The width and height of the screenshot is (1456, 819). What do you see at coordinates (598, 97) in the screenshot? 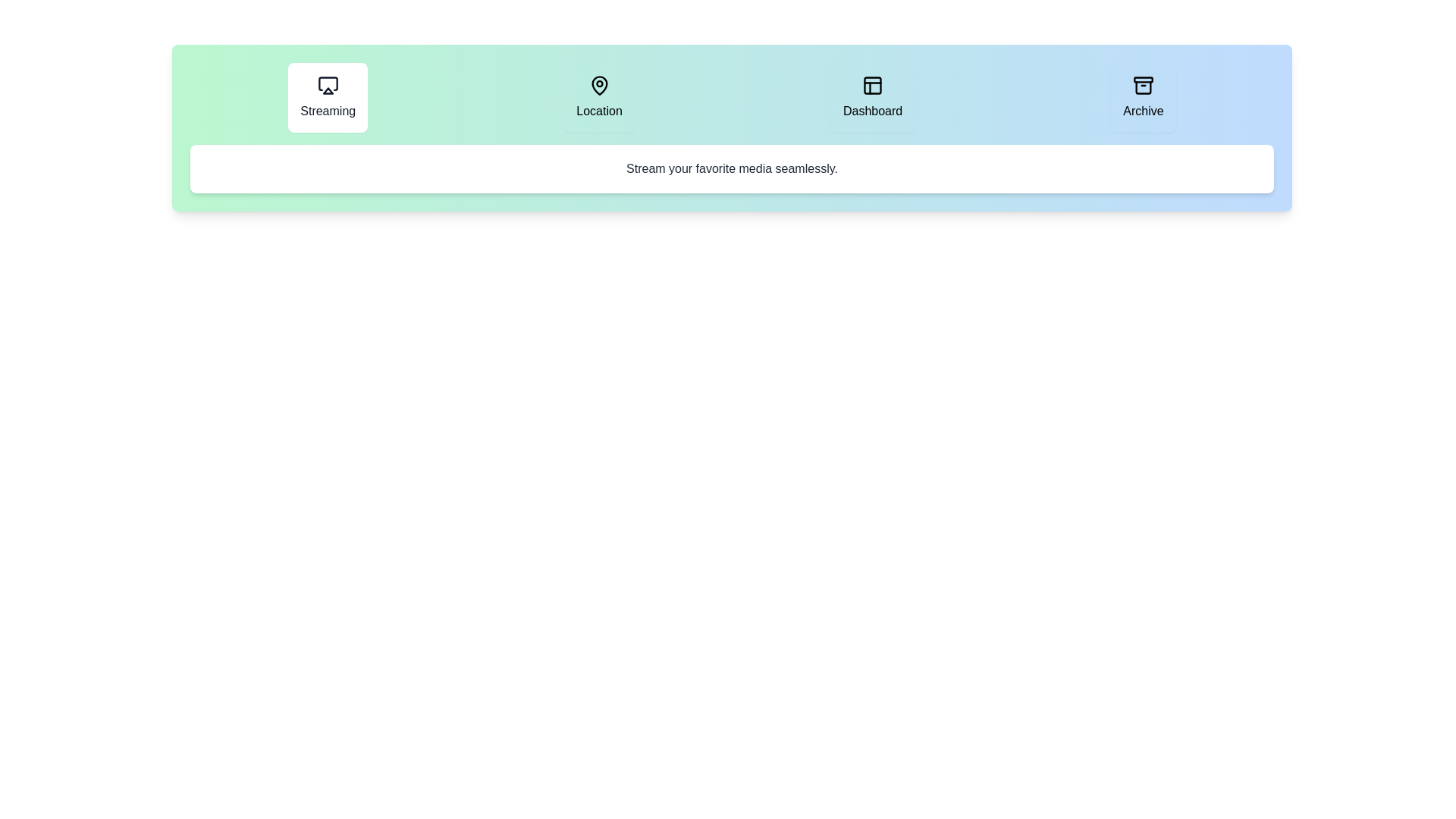
I see `the tab labeled Location` at bounding box center [598, 97].